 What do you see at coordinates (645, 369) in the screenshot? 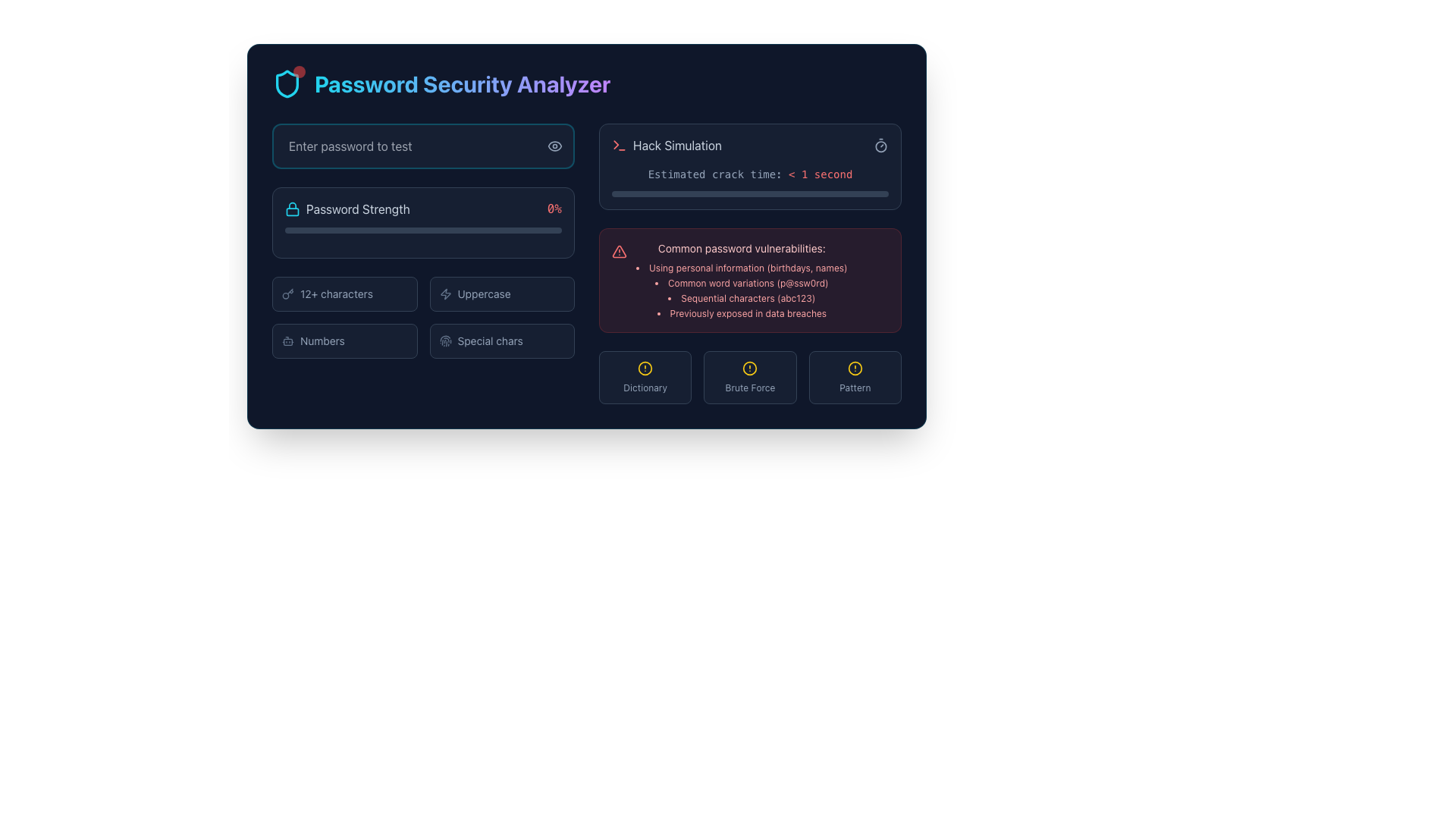
I see `the yellow circular visual decoration inside the 'Dictionary' attack vector module, which is part of a warning icon` at bounding box center [645, 369].